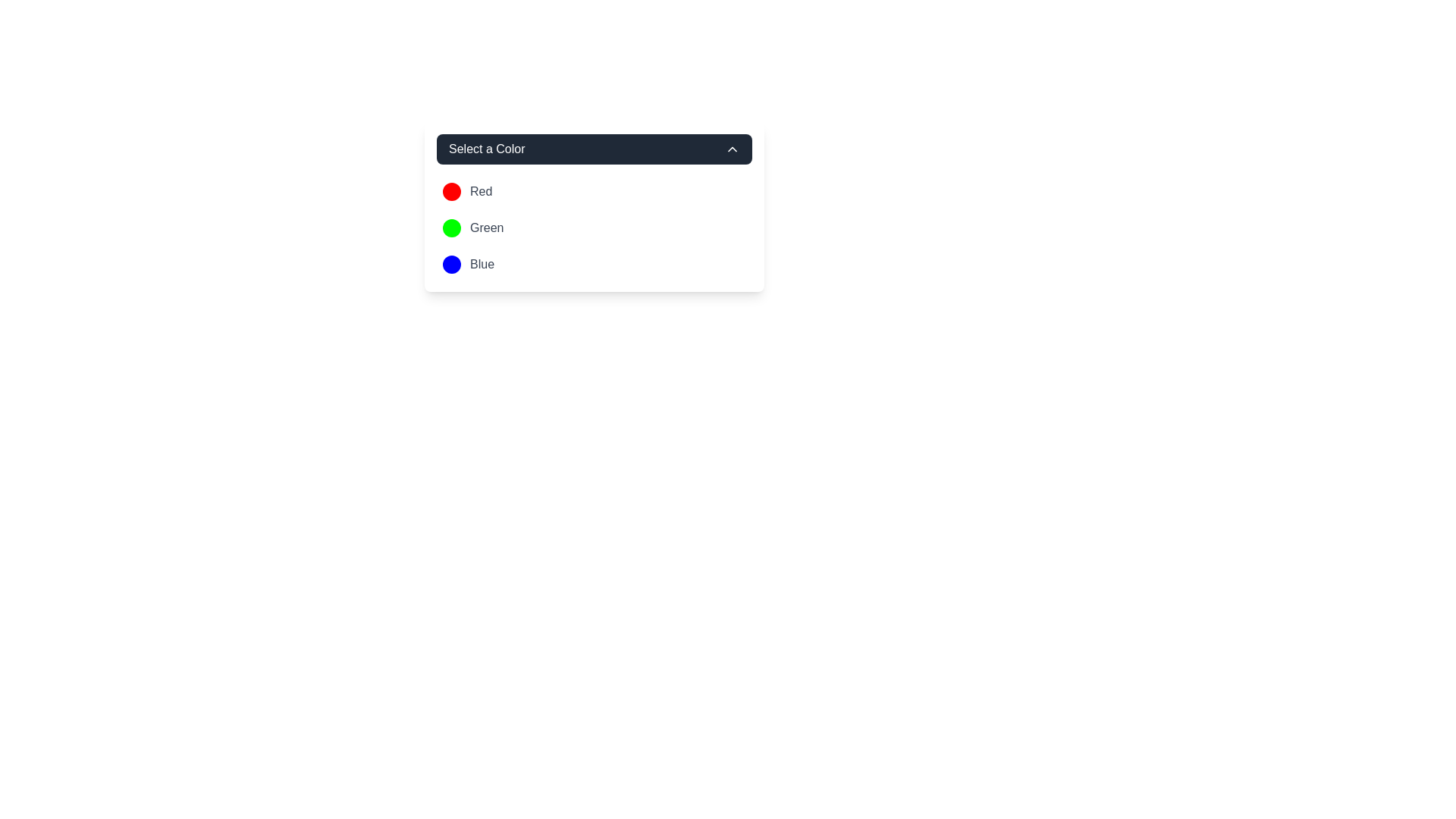 Image resolution: width=1456 pixels, height=819 pixels. I want to click on the small up-pointing chevron icon located on the right end of the dropdown header next to the text 'Select a Color' for potential visual feedback, so click(732, 149).